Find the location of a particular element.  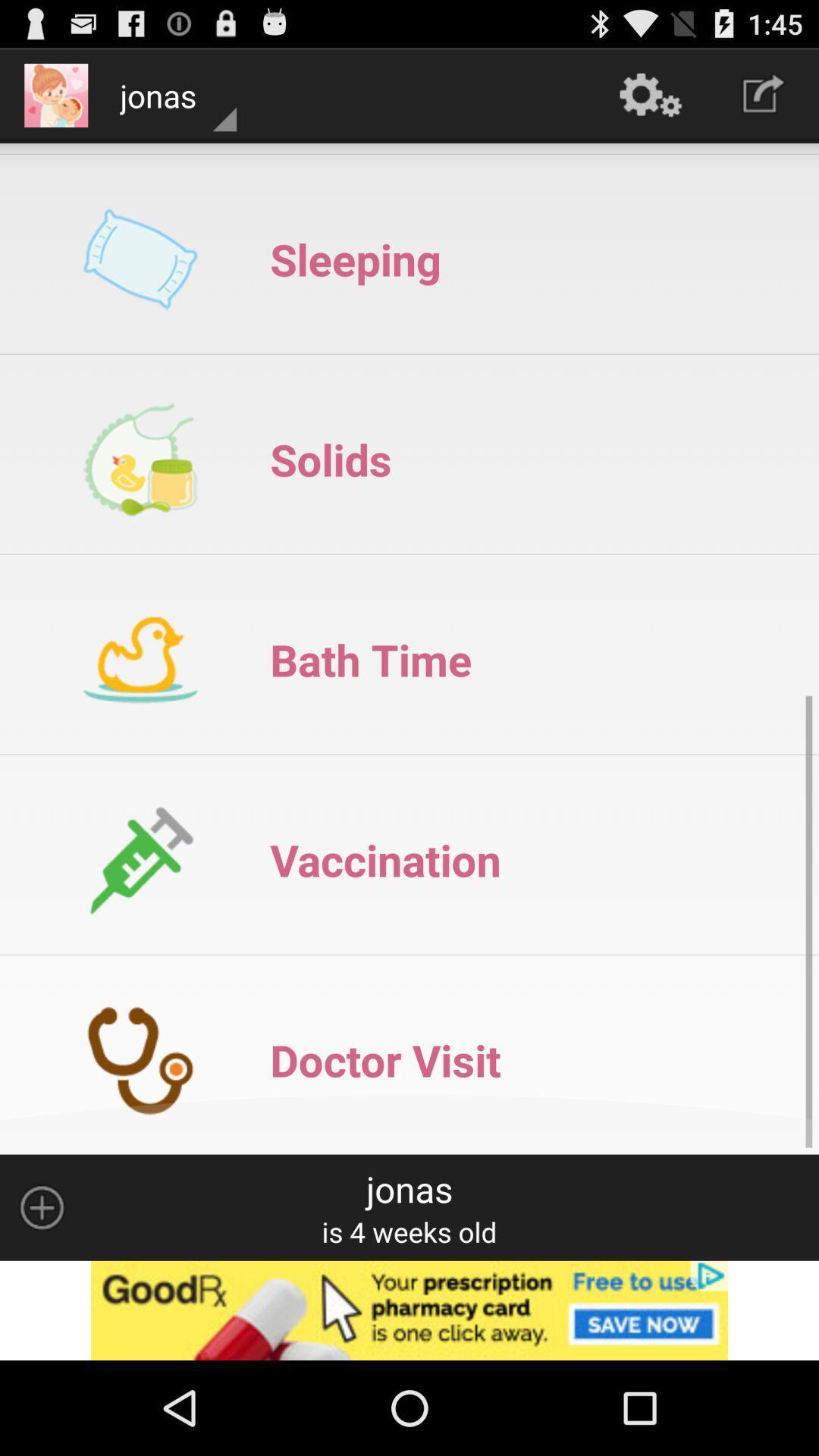

the add icon is located at coordinates (41, 1291).